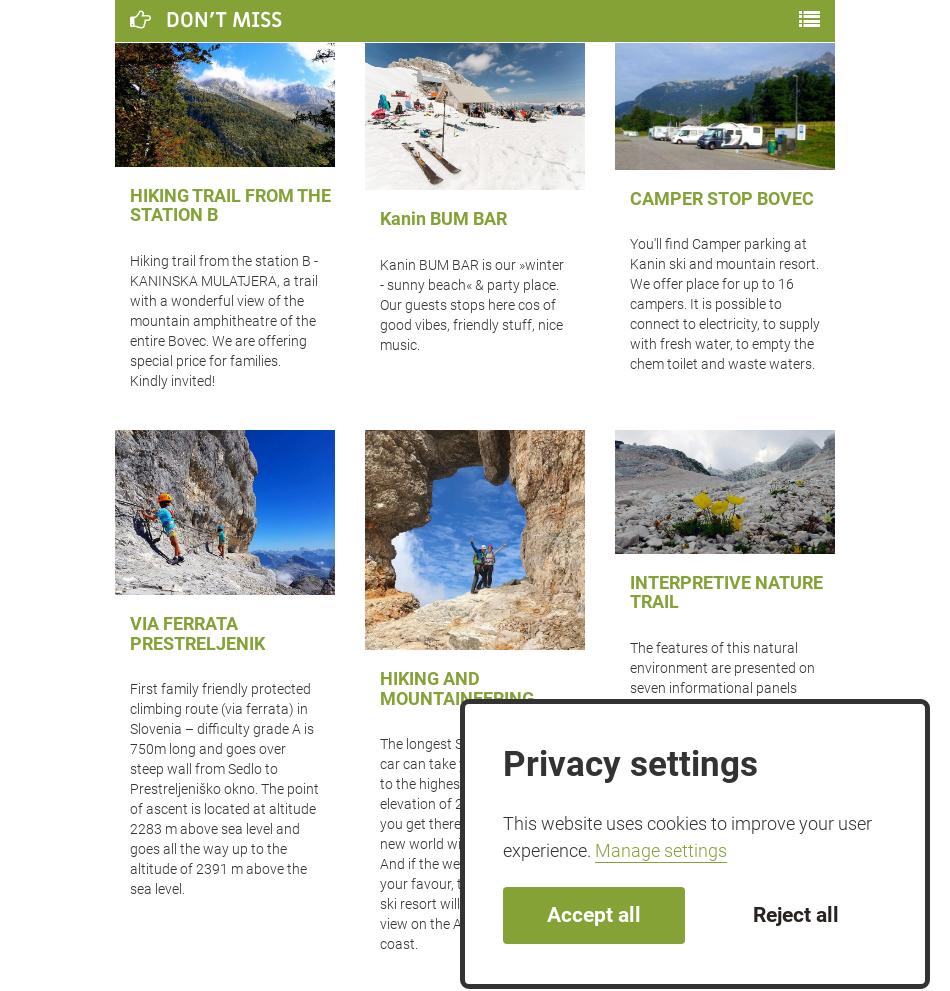 This screenshot has height=991, width=950. What do you see at coordinates (129, 632) in the screenshot?
I see `'VIA FERRATA PRESTRELJENIK'` at bounding box center [129, 632].